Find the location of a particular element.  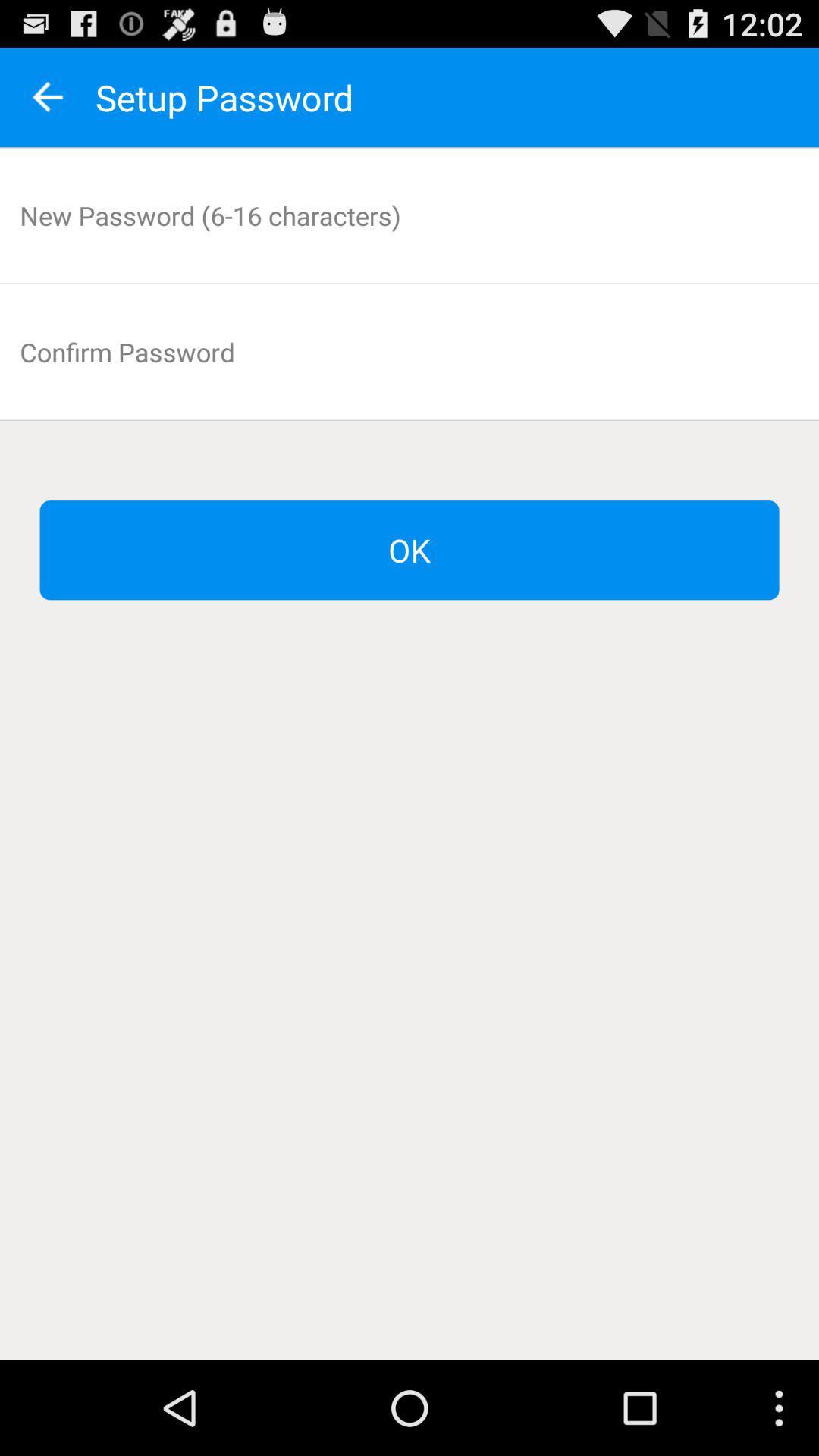

open confirm password box is located at coordinates (409, 351).